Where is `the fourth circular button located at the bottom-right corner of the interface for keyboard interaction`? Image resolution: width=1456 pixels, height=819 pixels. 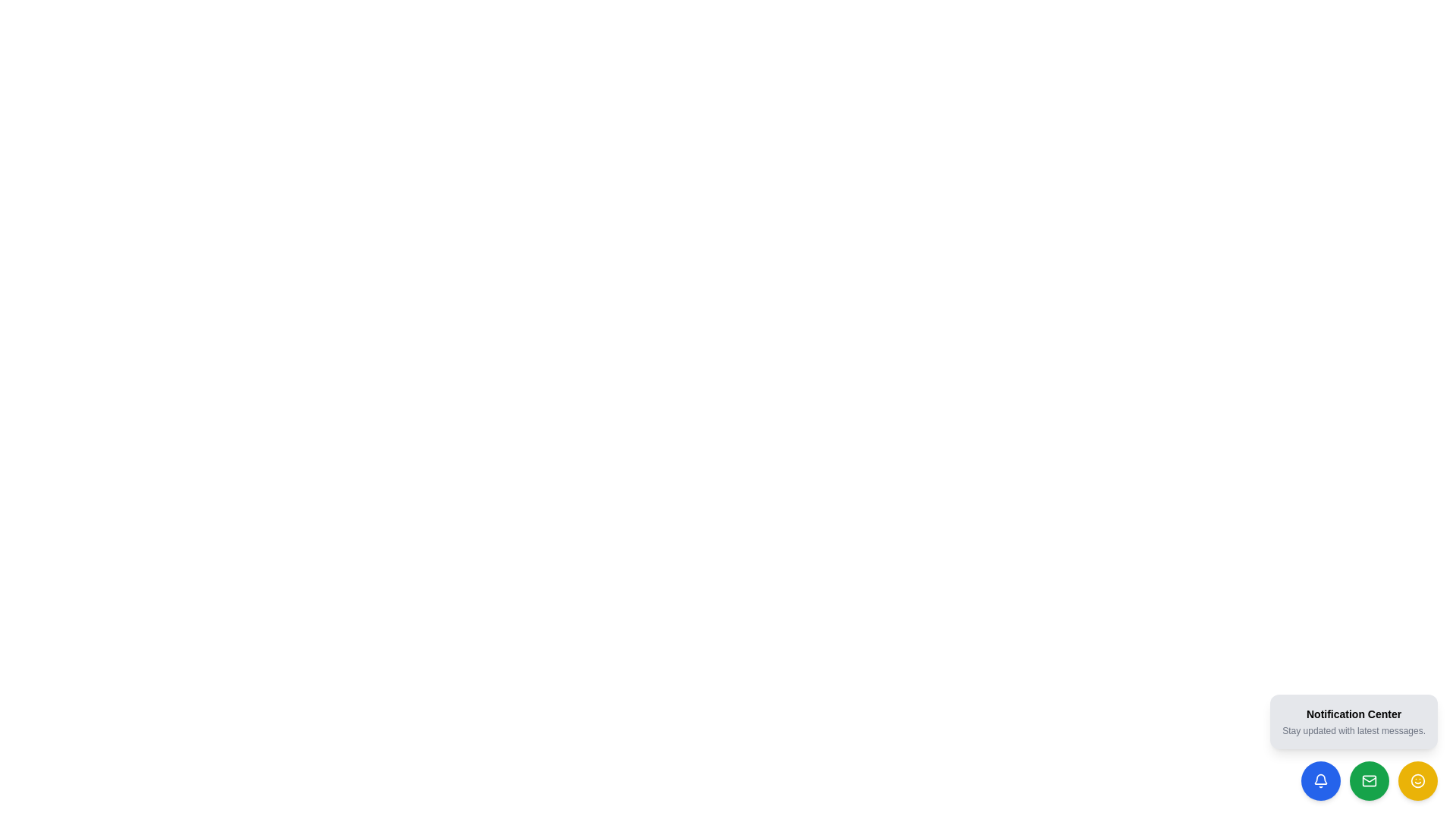
the fourth circular button located at the bottom-right corner of the interface for keyboard interaction is located at coordinates (1417, 780).